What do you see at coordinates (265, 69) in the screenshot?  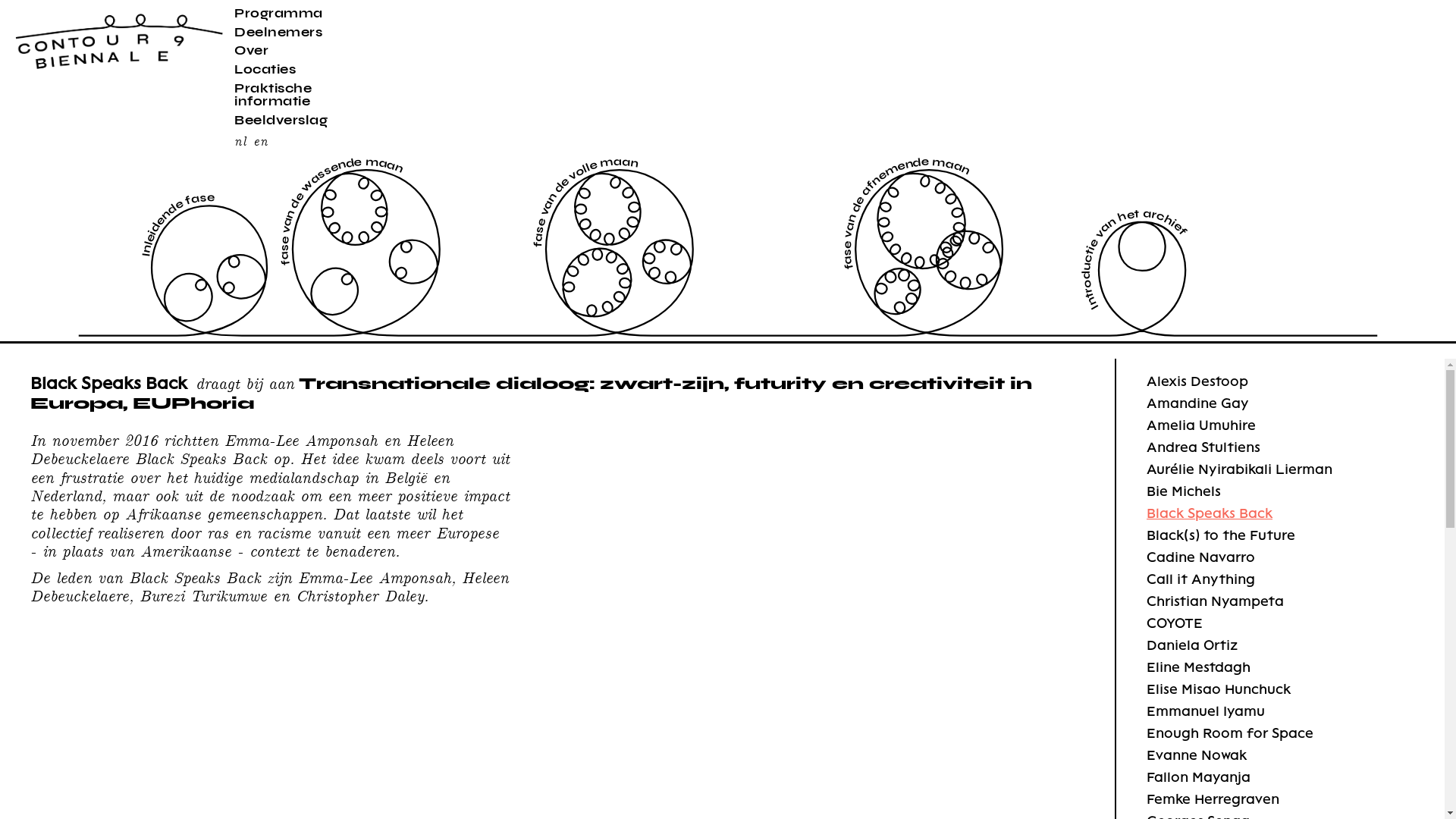 I see `'Locaties'` at bounding box center [265, 69].